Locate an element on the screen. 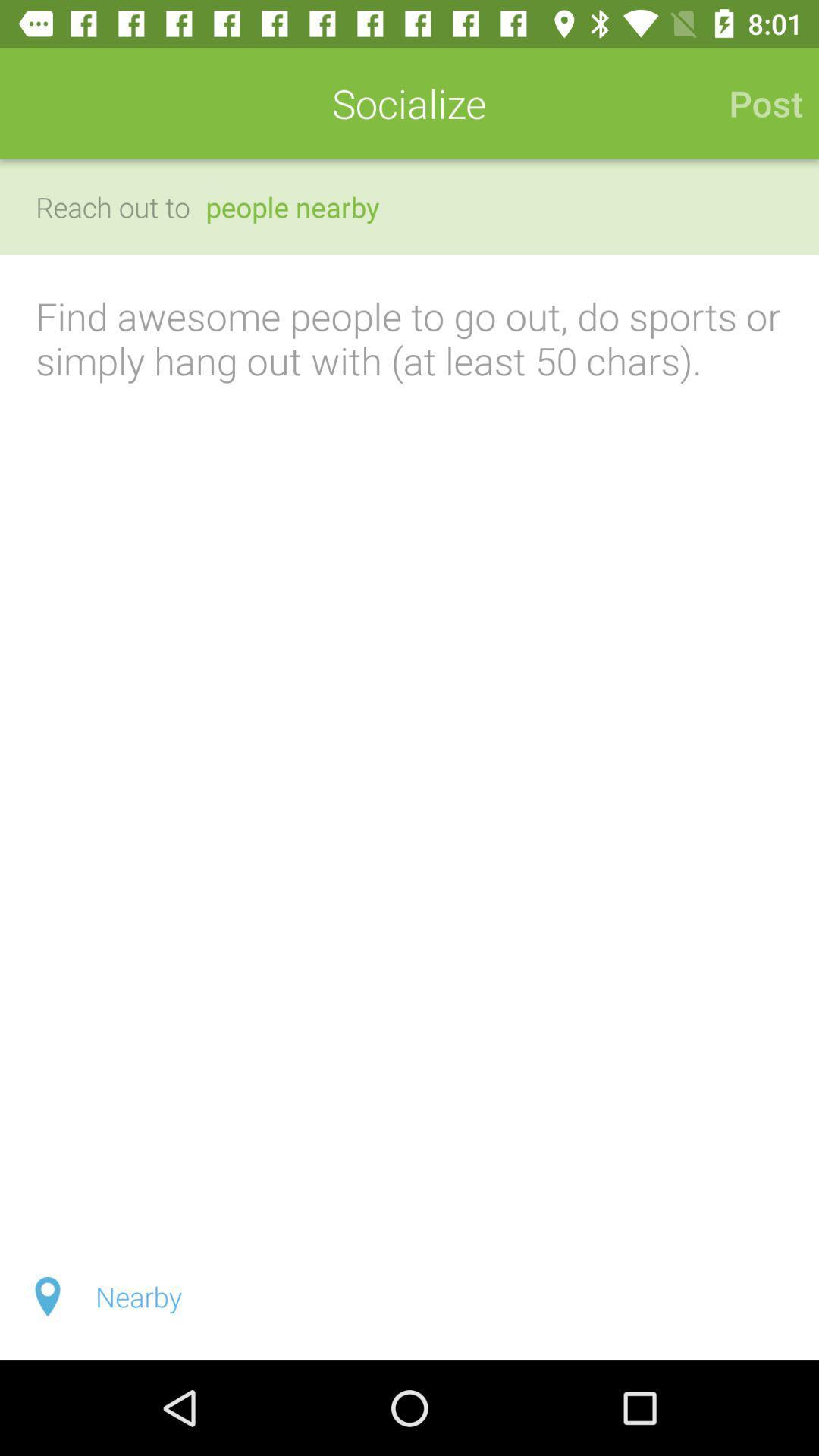 The image size is (819, 1456). the post is located at coordinates (758, 102).